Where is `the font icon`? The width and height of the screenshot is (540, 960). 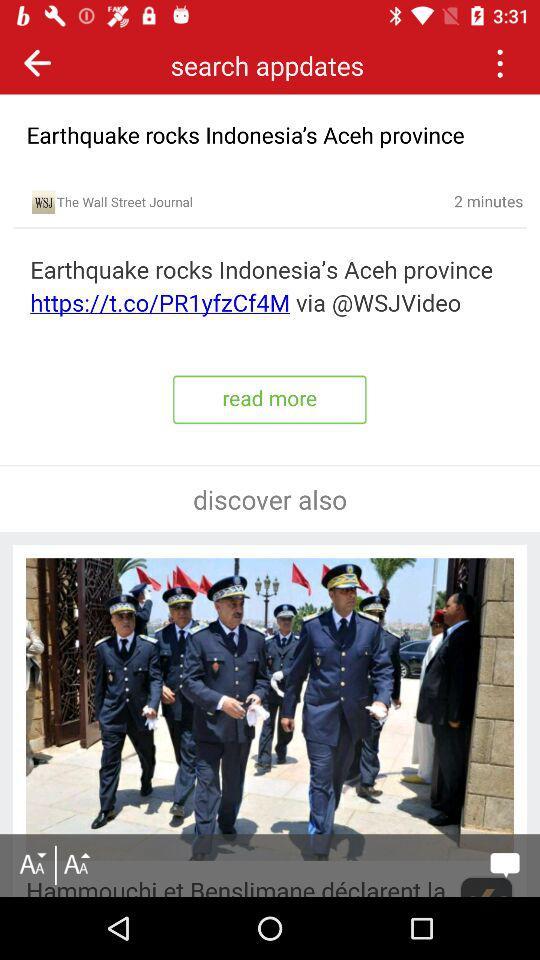 the font icon is located at coordinates (75, 864).